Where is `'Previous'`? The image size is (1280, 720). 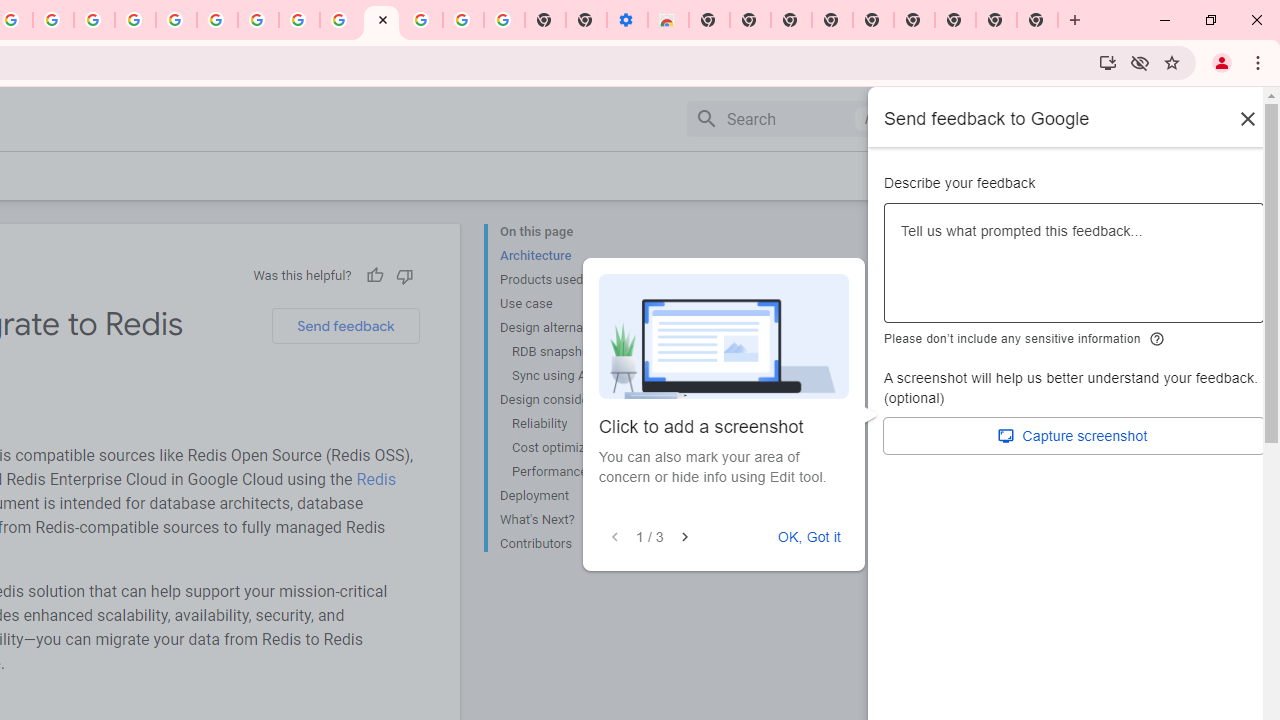
'Previous' is located at coordinates (614, 536).